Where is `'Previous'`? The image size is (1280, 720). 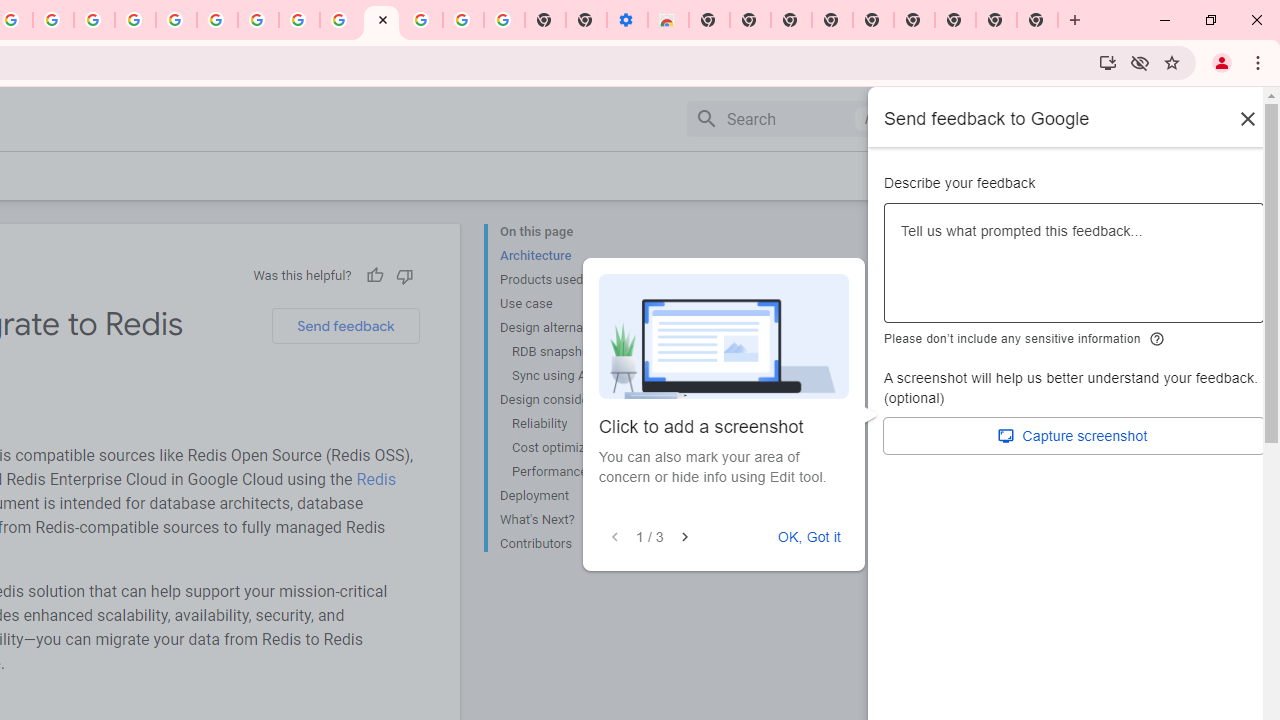
'Previous' is located at coordinates (614, 536).